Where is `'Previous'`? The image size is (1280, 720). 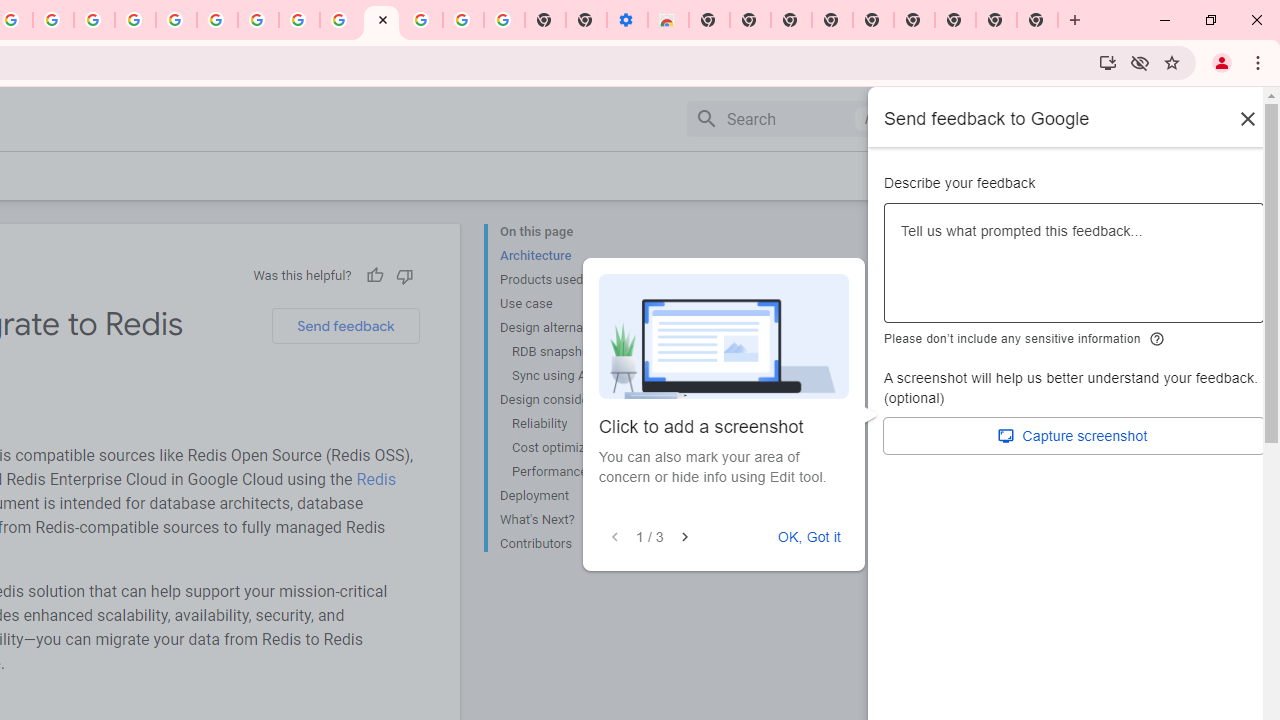
'Previous' is located at coordinates (614, 536).